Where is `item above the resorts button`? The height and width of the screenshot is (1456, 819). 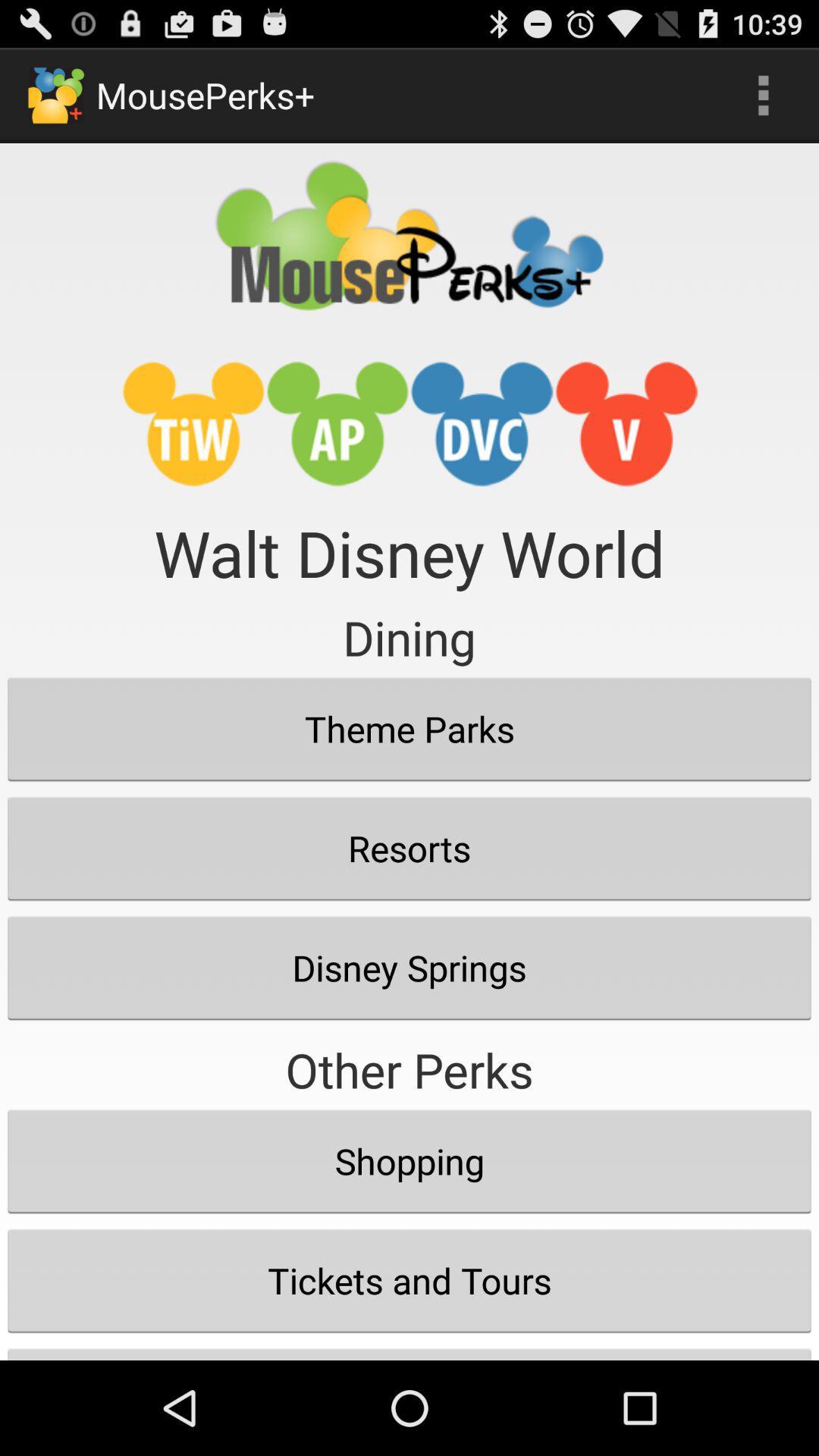 item above the resorts button is located at coordinates (409, 729).